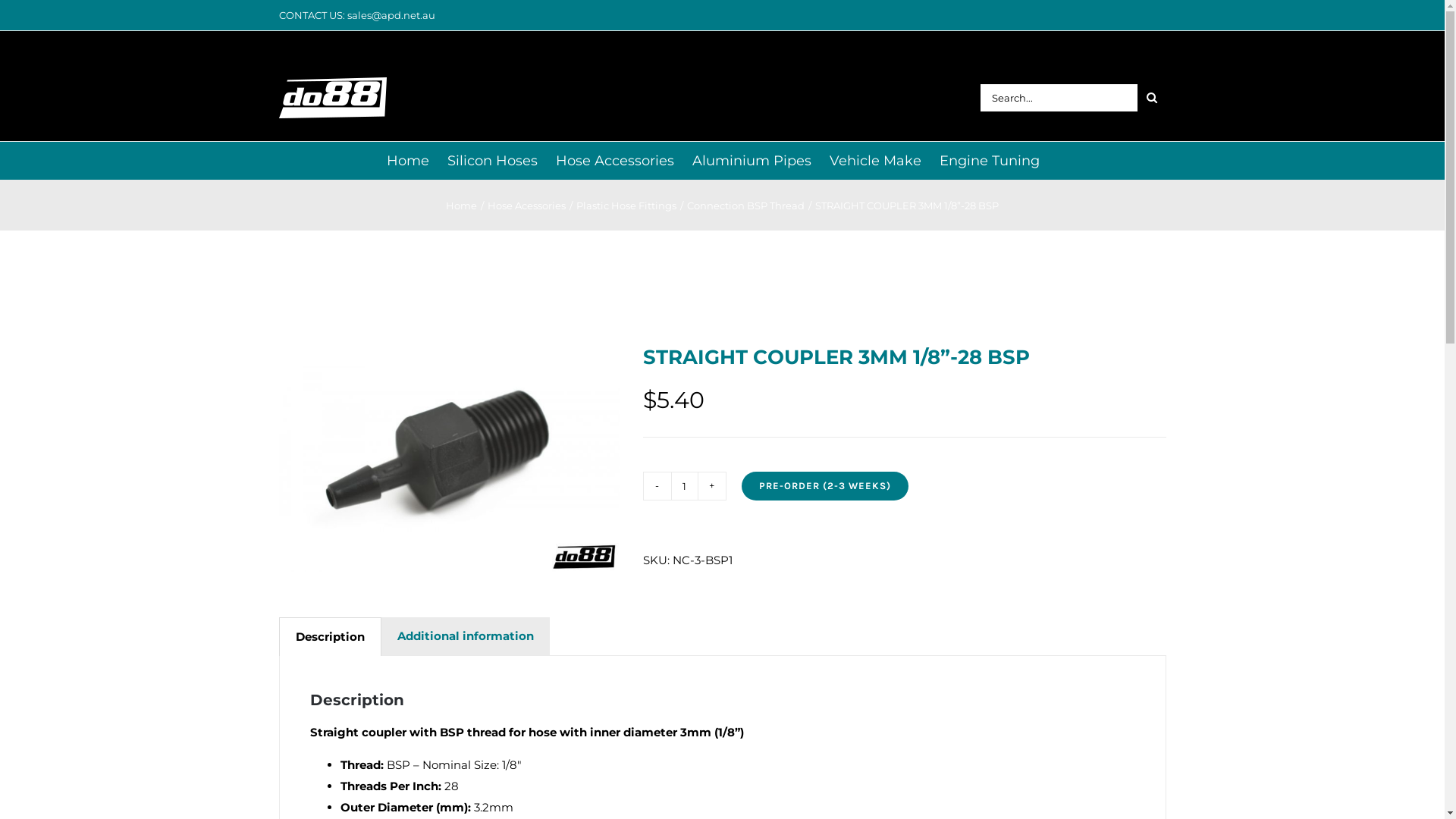 Image resolution: width=1456 pixels, height=819 pixels. I want to click on 'Aluminium Pipes', so click(752, 161).